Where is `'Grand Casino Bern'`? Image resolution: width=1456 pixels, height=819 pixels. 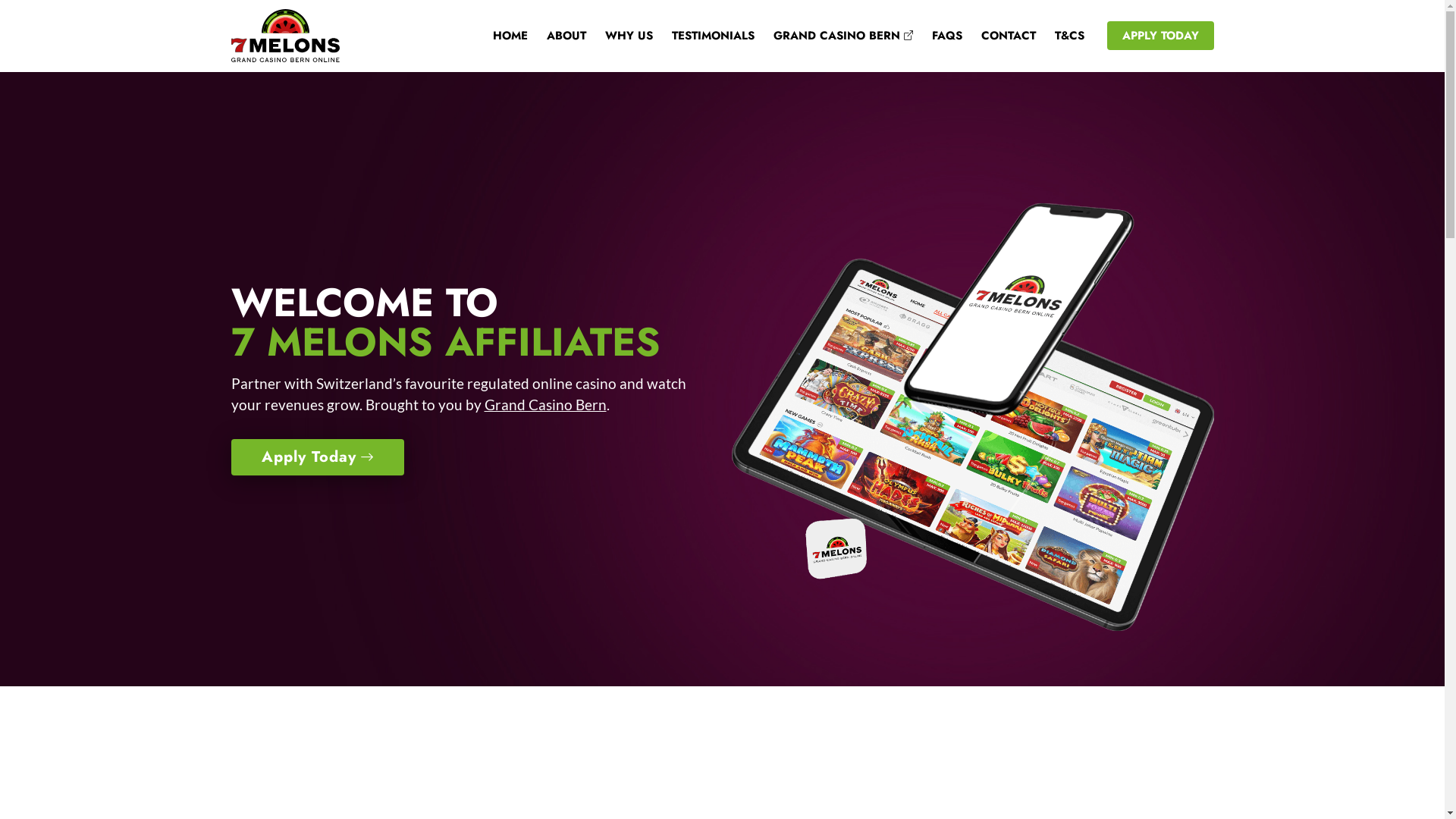 'Grand Casino Bern' is located at coordinates (483, 403).